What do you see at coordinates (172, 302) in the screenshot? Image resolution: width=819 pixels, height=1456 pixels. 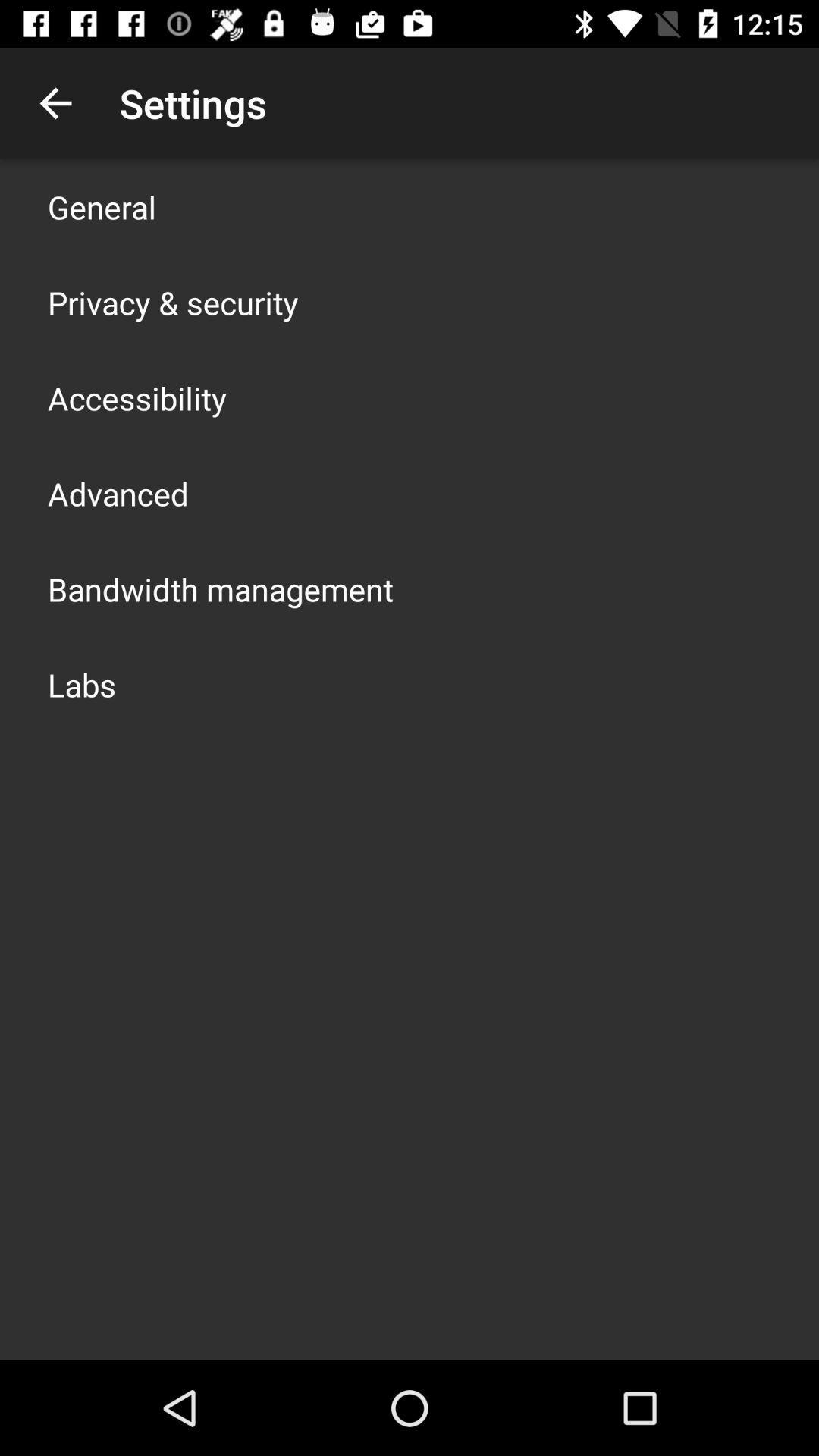 I see `icon below the general` at bounding box center [172, 302].